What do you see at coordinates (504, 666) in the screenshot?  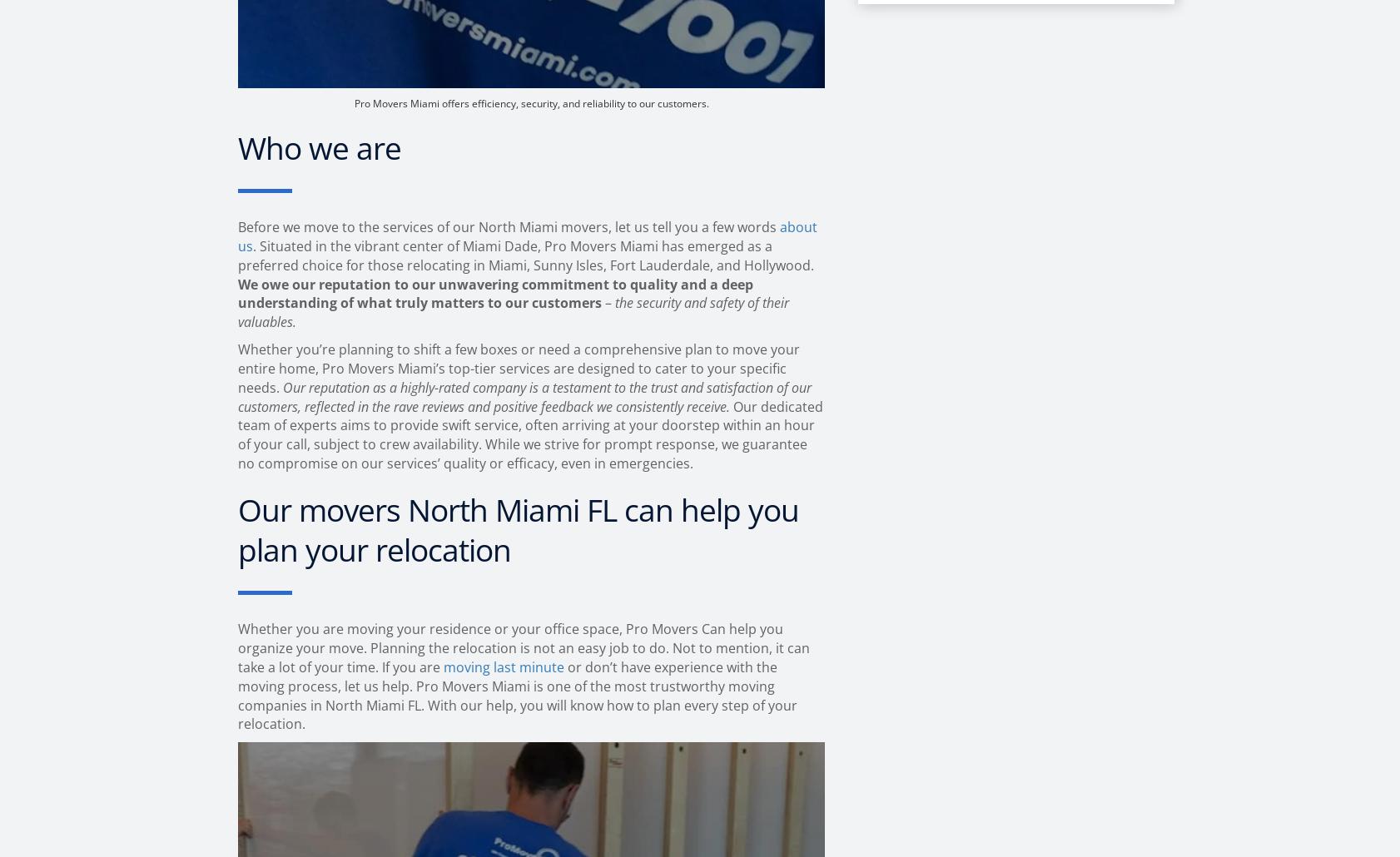 I see `'moving last minute'` at bounding box center [504, 666].